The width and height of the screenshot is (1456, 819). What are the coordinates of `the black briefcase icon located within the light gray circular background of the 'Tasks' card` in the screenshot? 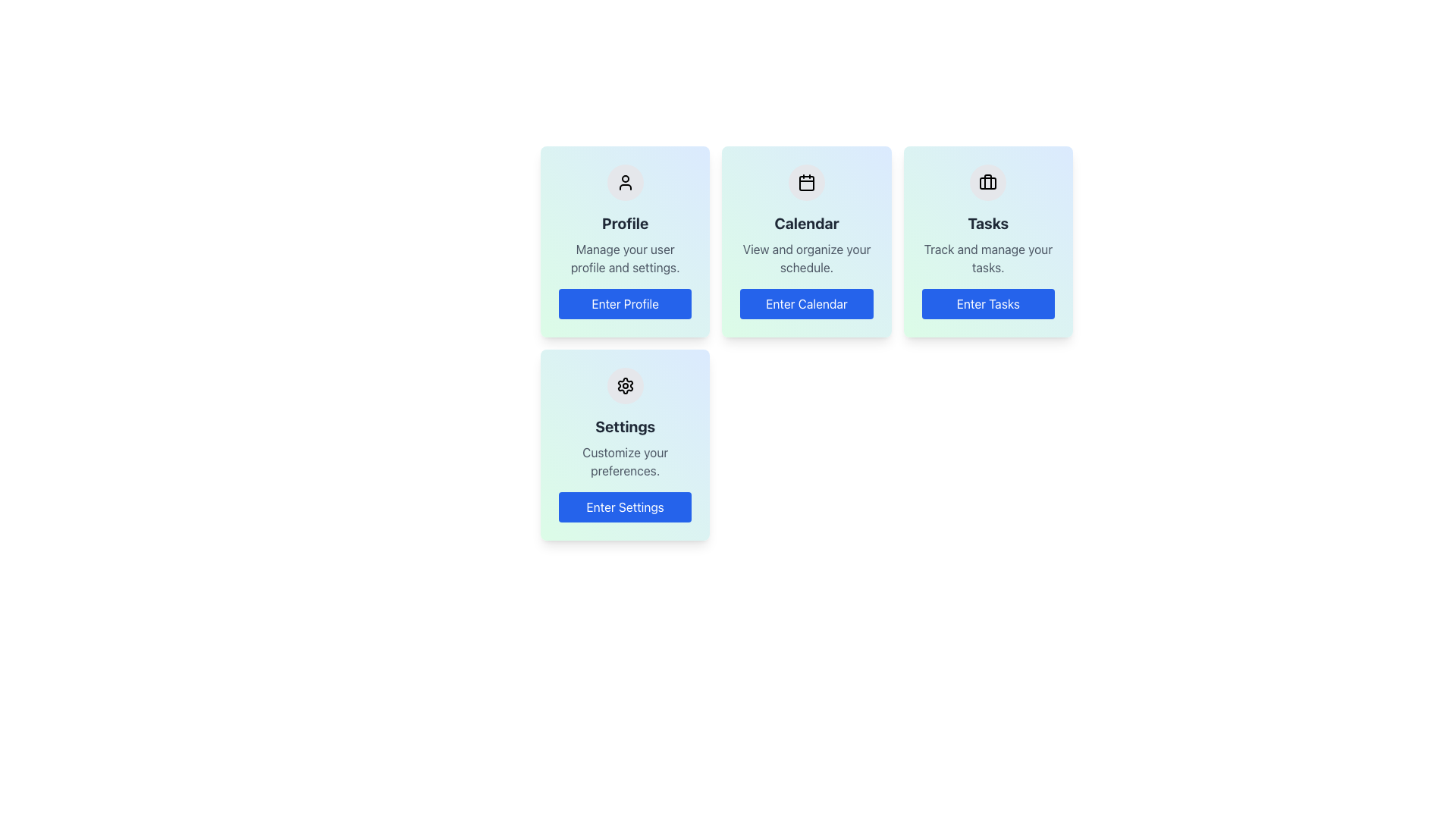 It's located at (988, 181).